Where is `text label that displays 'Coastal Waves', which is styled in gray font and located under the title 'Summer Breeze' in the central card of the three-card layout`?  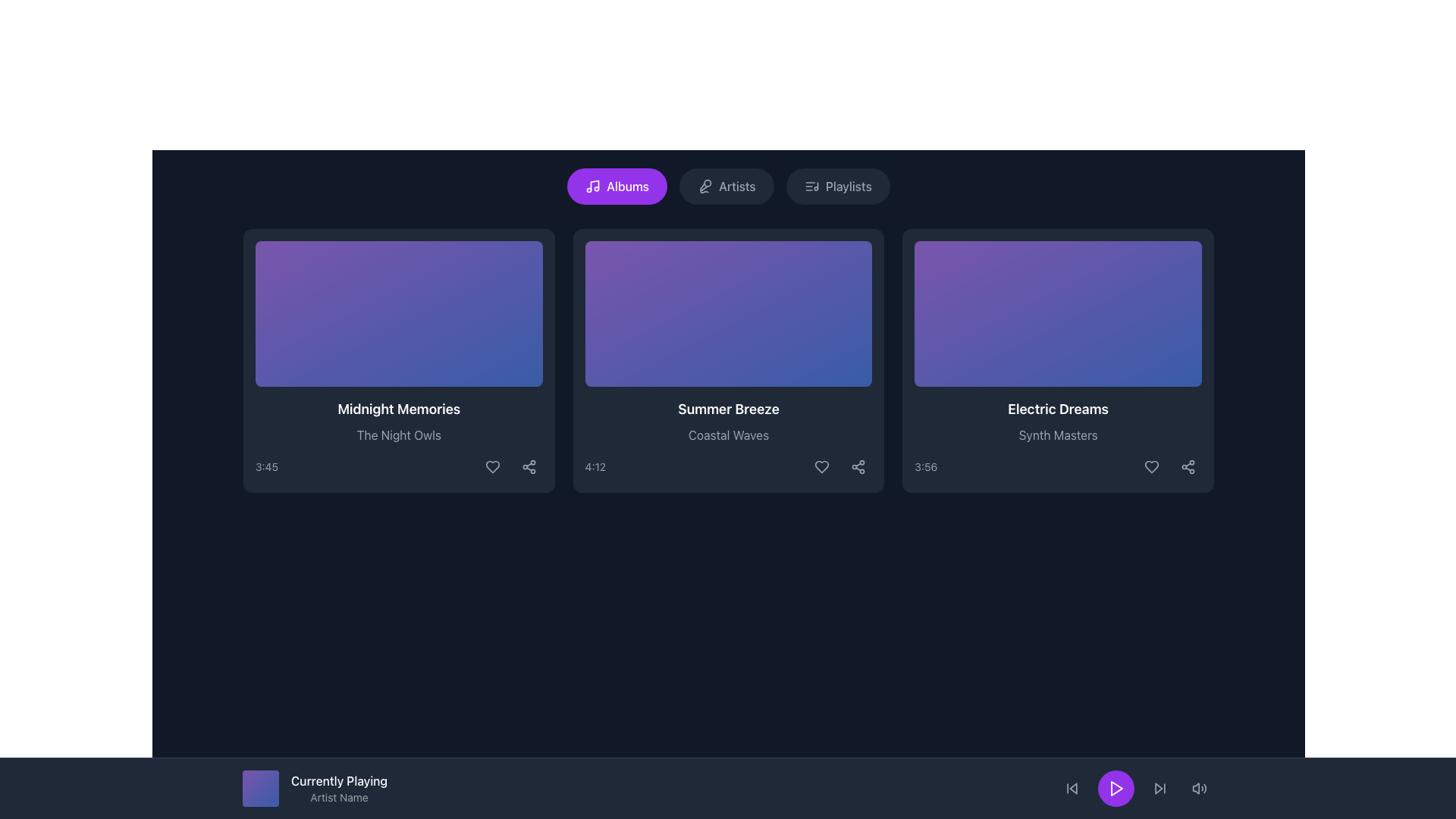
text label that displays 'Coastal Waves', which is styled in gray font and located under the title 'Summer Breeze' in the central card of the three-card layout is located at coordinates (728, 435).